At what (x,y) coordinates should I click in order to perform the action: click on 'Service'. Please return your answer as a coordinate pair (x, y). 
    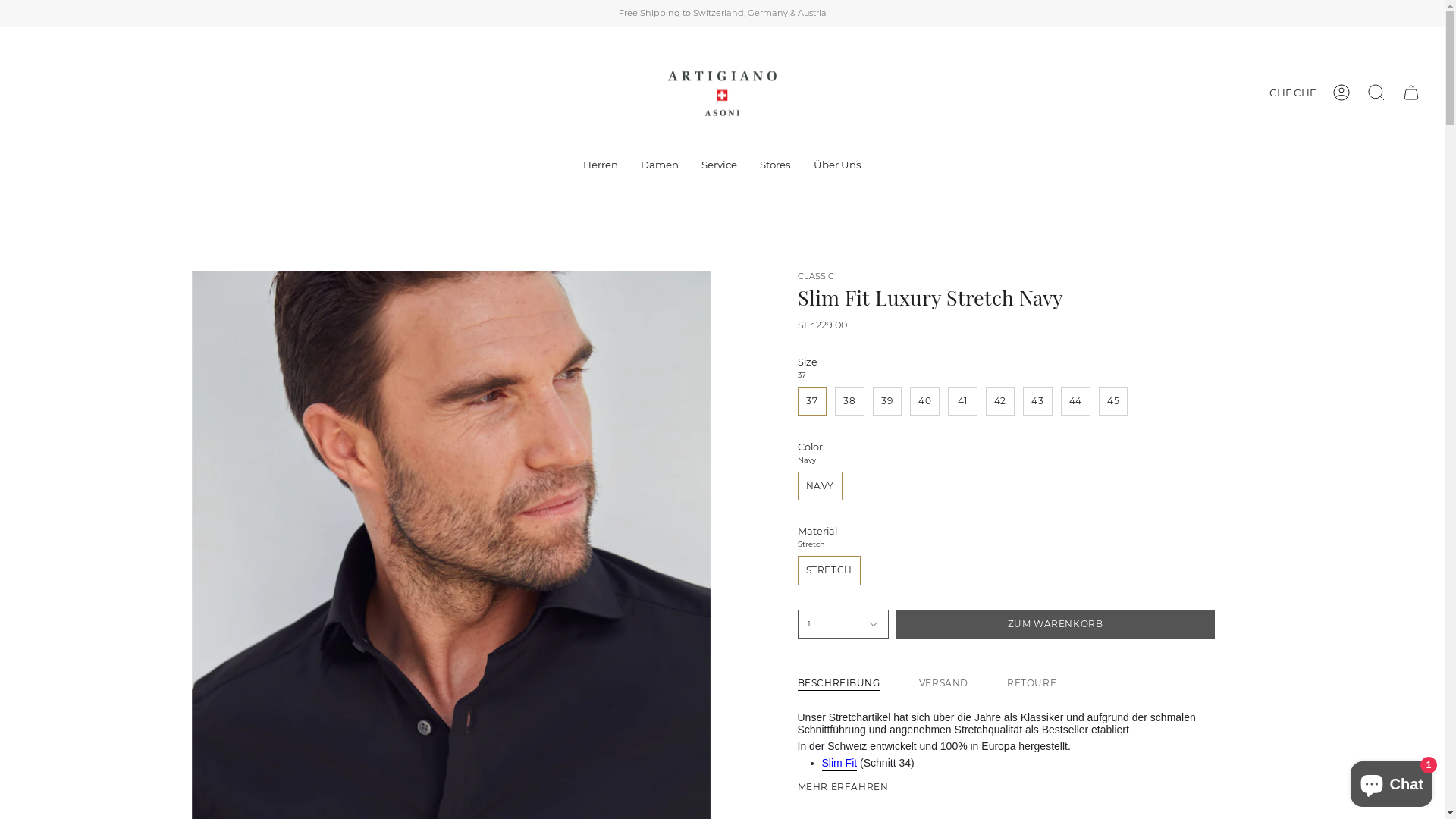
    Looking at the image, I should click on (718, 165).